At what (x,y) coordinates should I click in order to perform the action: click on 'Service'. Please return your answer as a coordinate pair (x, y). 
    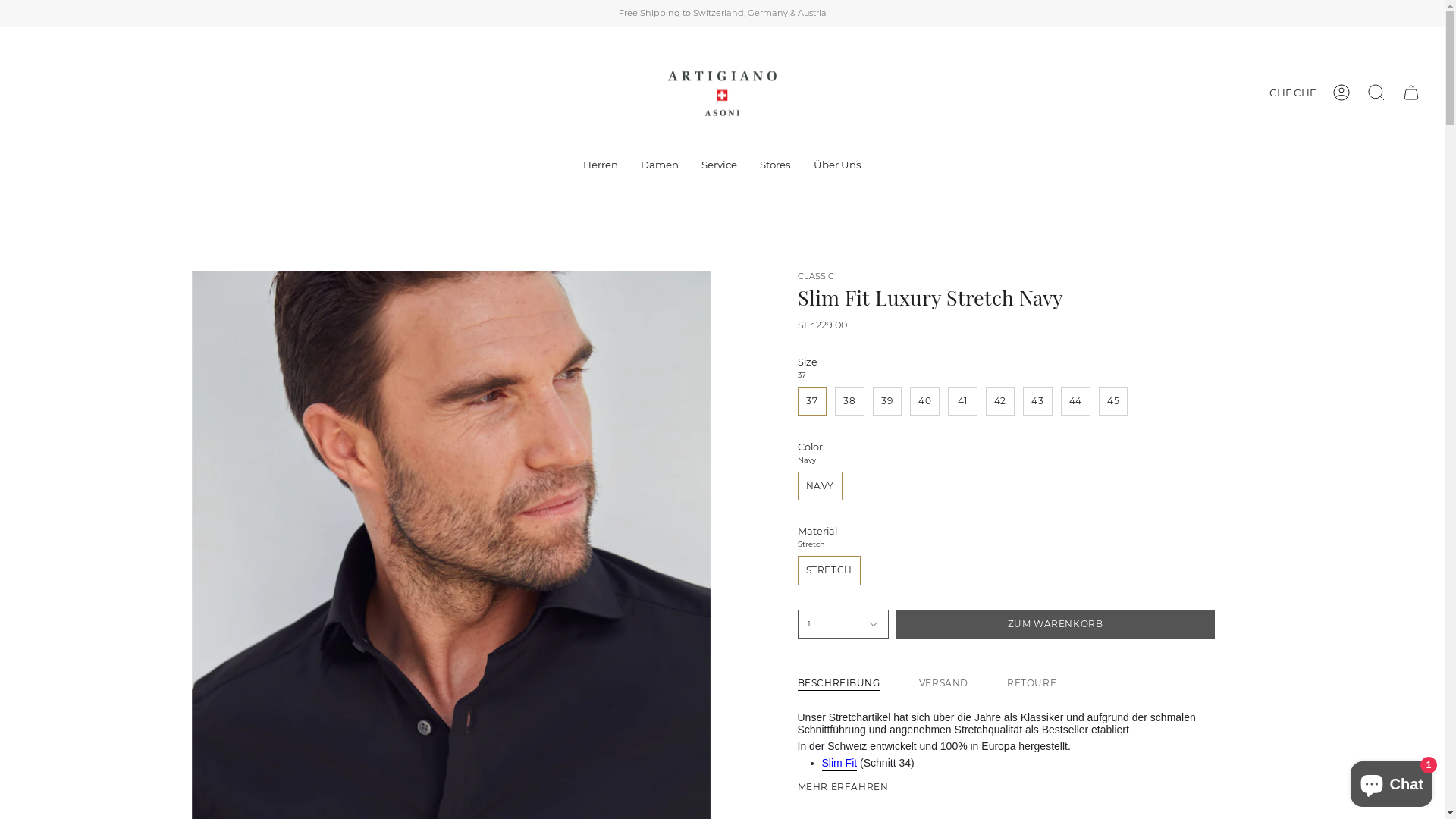
    Looking at the image, I should click on (718, 165).